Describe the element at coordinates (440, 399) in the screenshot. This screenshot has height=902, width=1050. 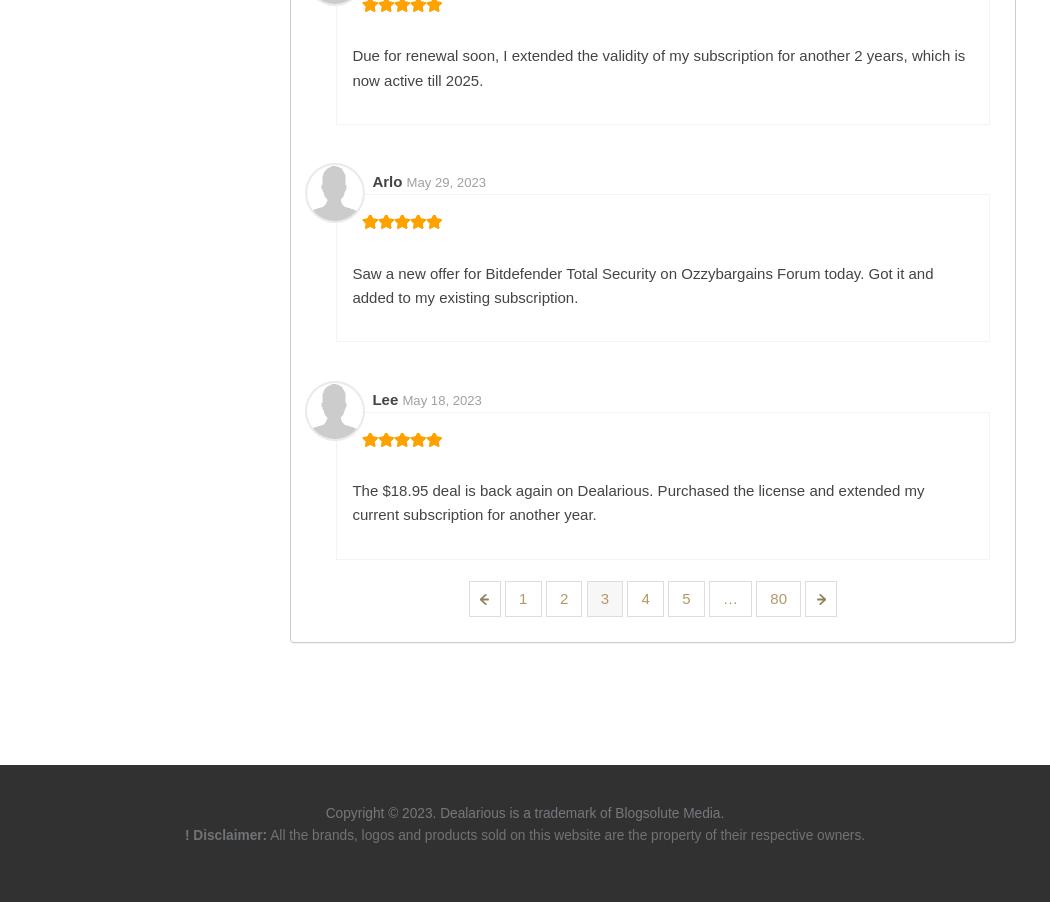
I see `'May 18, 2023'` at that location.